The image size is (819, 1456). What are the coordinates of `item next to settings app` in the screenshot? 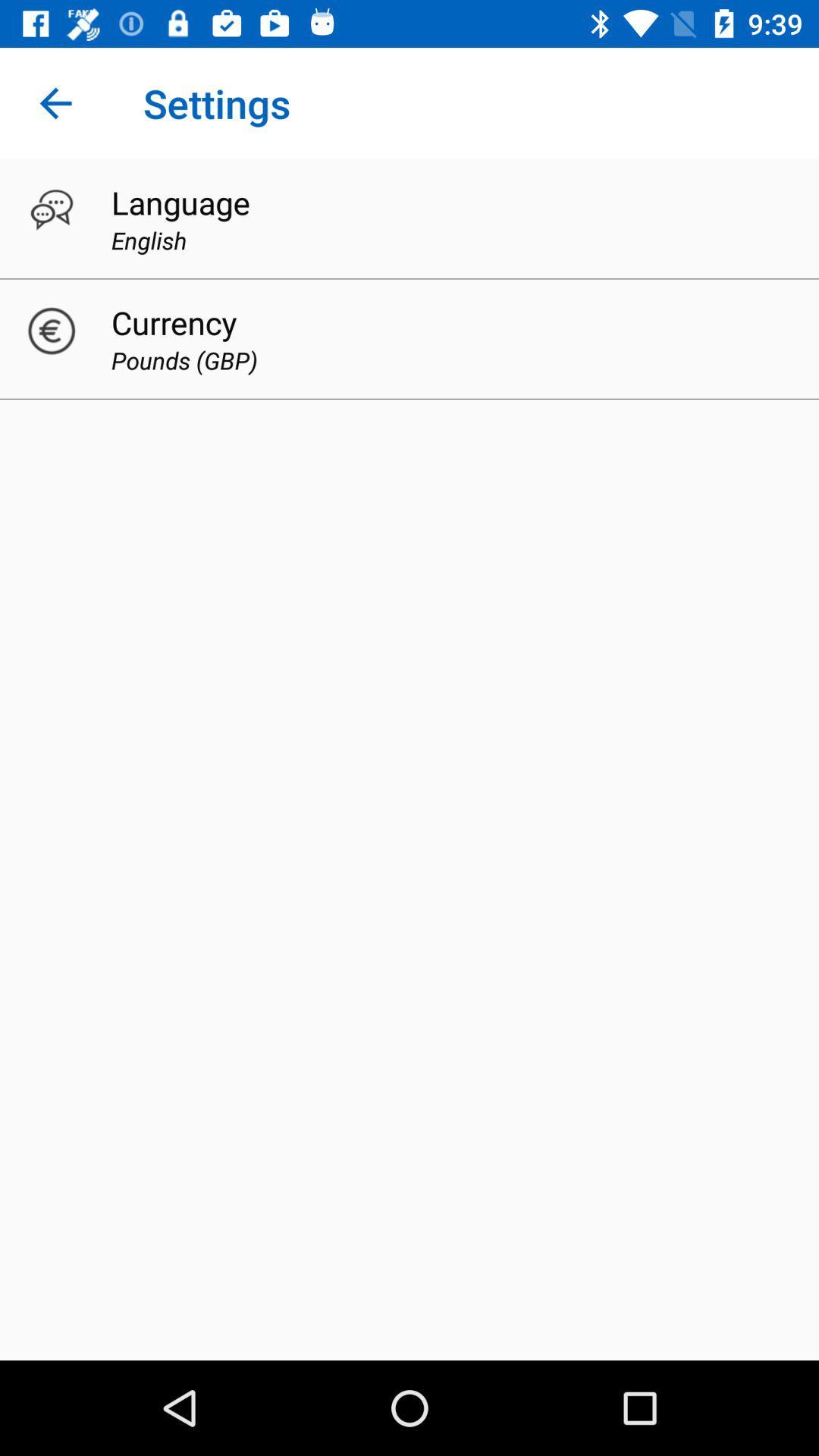 It's located at (55, 102).